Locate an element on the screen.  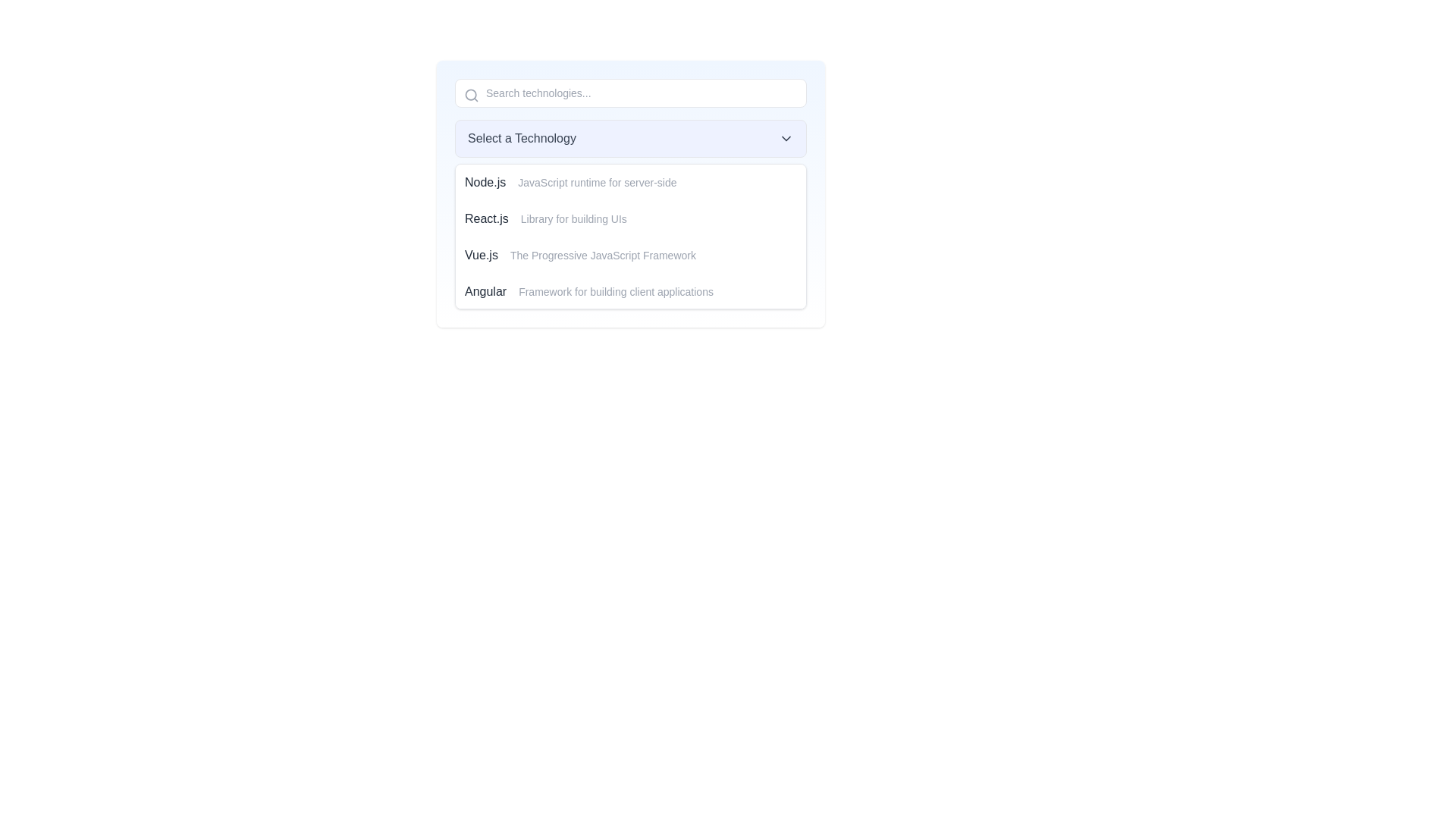
the fourth selectable item in the list, which allows users to choose the Angular framework is located at coordinates (630, 292).